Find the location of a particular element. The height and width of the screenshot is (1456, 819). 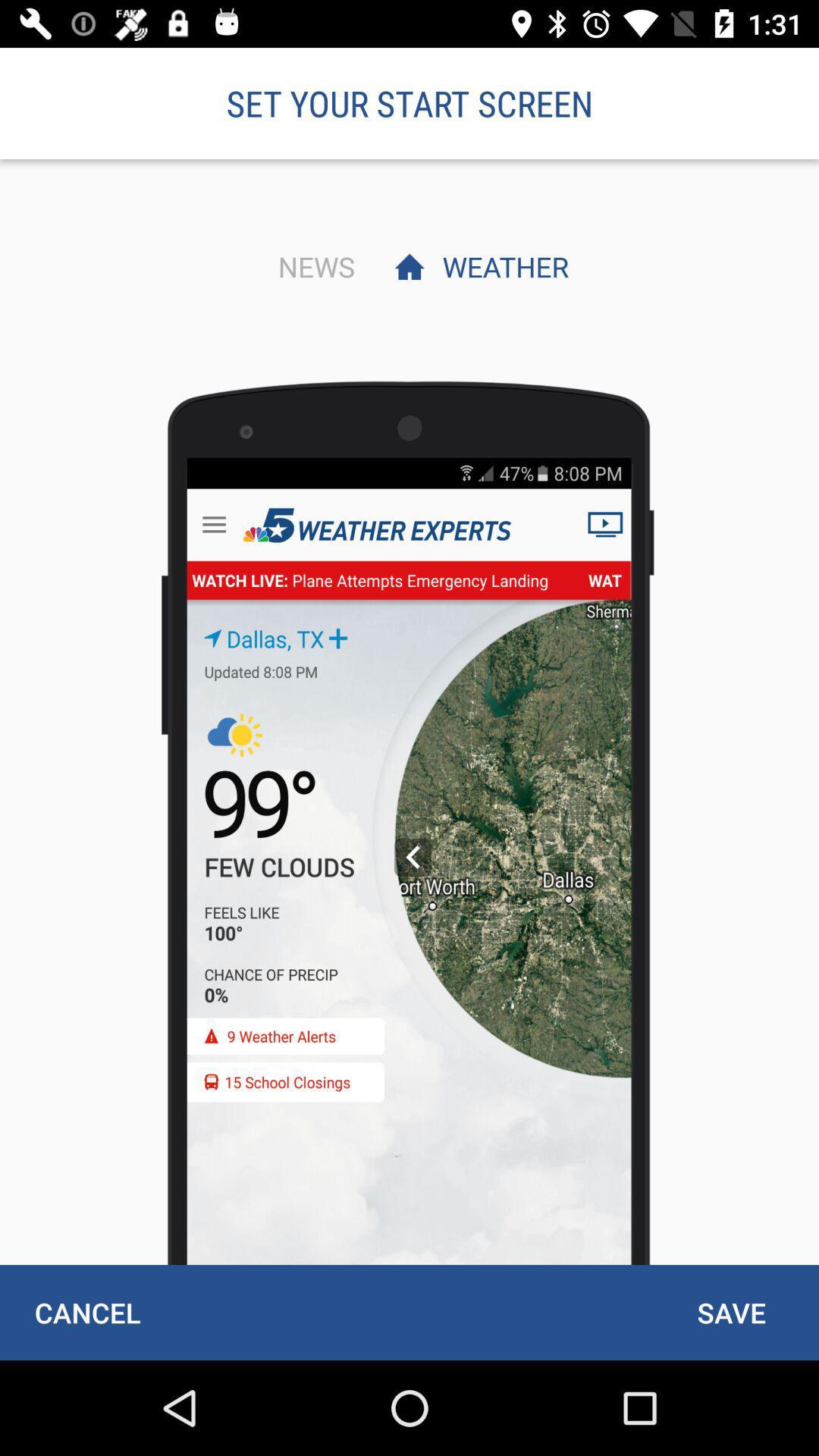

the news is located at coordinates (312, 266).